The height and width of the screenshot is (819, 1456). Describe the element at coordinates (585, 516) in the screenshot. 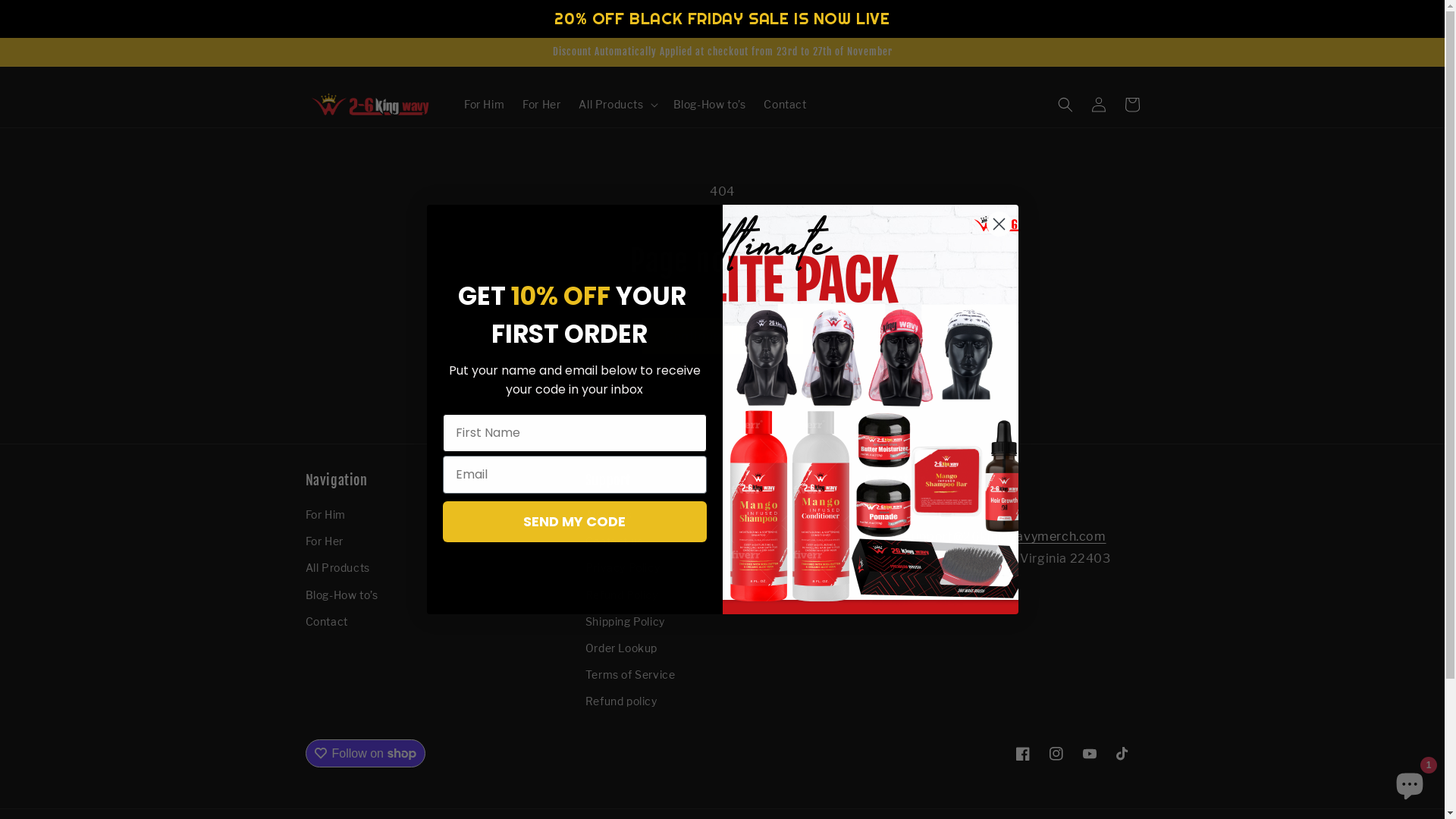

I see `'About us'` at that location.